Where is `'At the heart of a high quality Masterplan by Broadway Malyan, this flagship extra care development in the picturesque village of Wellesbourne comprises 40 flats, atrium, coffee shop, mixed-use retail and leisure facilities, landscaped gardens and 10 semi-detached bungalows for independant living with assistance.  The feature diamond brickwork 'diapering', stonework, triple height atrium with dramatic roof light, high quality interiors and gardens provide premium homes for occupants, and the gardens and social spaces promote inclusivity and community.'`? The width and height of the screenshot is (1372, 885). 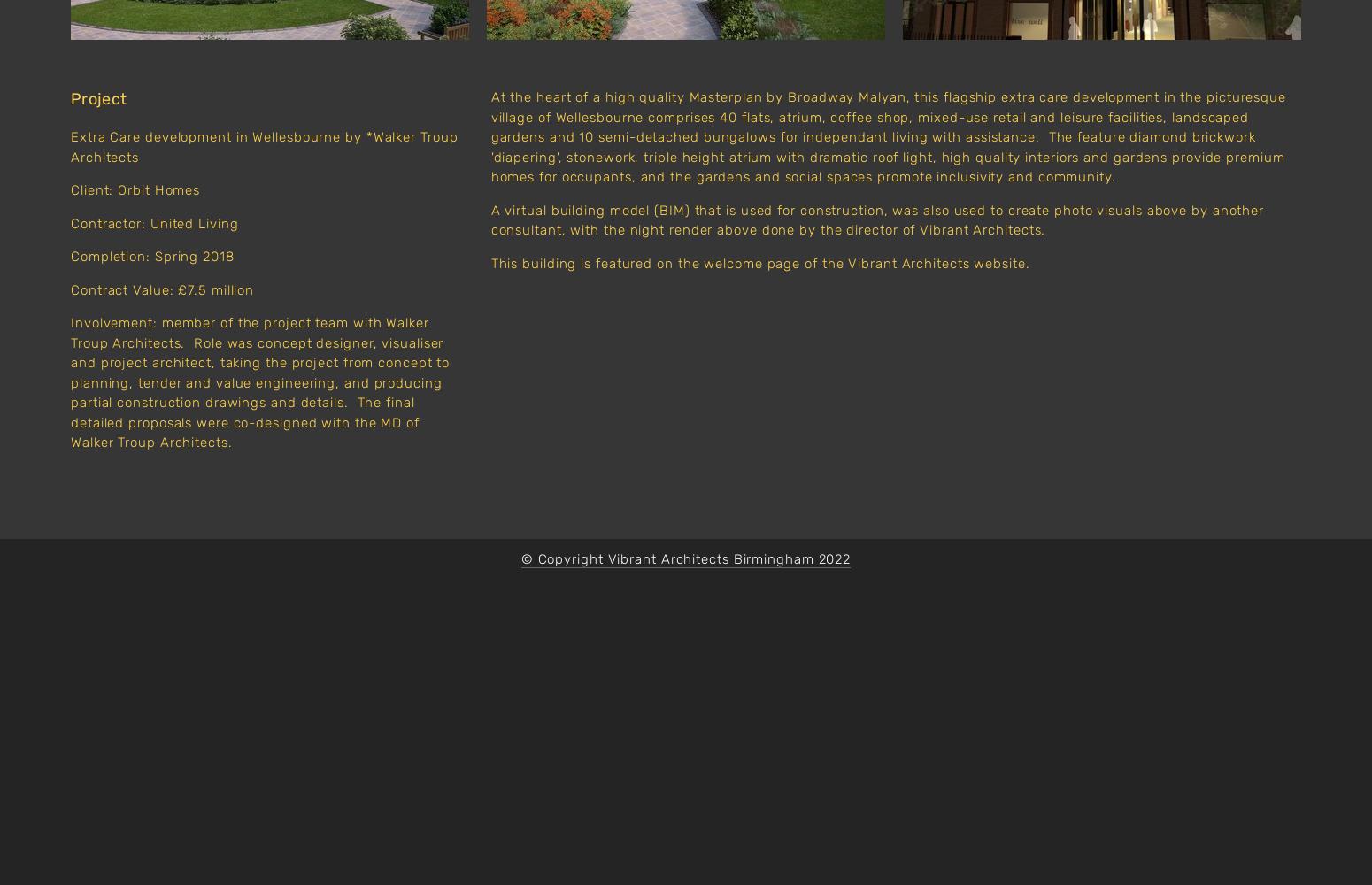 'At the heart of a high quality Masterplan by Broadway Malyan, this flagship extra care development in the picturesque village of Wellesbourne comprises 40 flats, atrium, coffee shop, mixed-use retail and leisure facilities, landscaped gardens and 10 semi-detached bungalows for independant living with assistance.  The feature diamond brickwork 'diapering', stonework, triple height atrium with dramatic roof light, high quality interiors and gardens provide premium homes for occupants, and the gardens and social spaces promote inclusivity and community.' is located at coordinates (889, 137).